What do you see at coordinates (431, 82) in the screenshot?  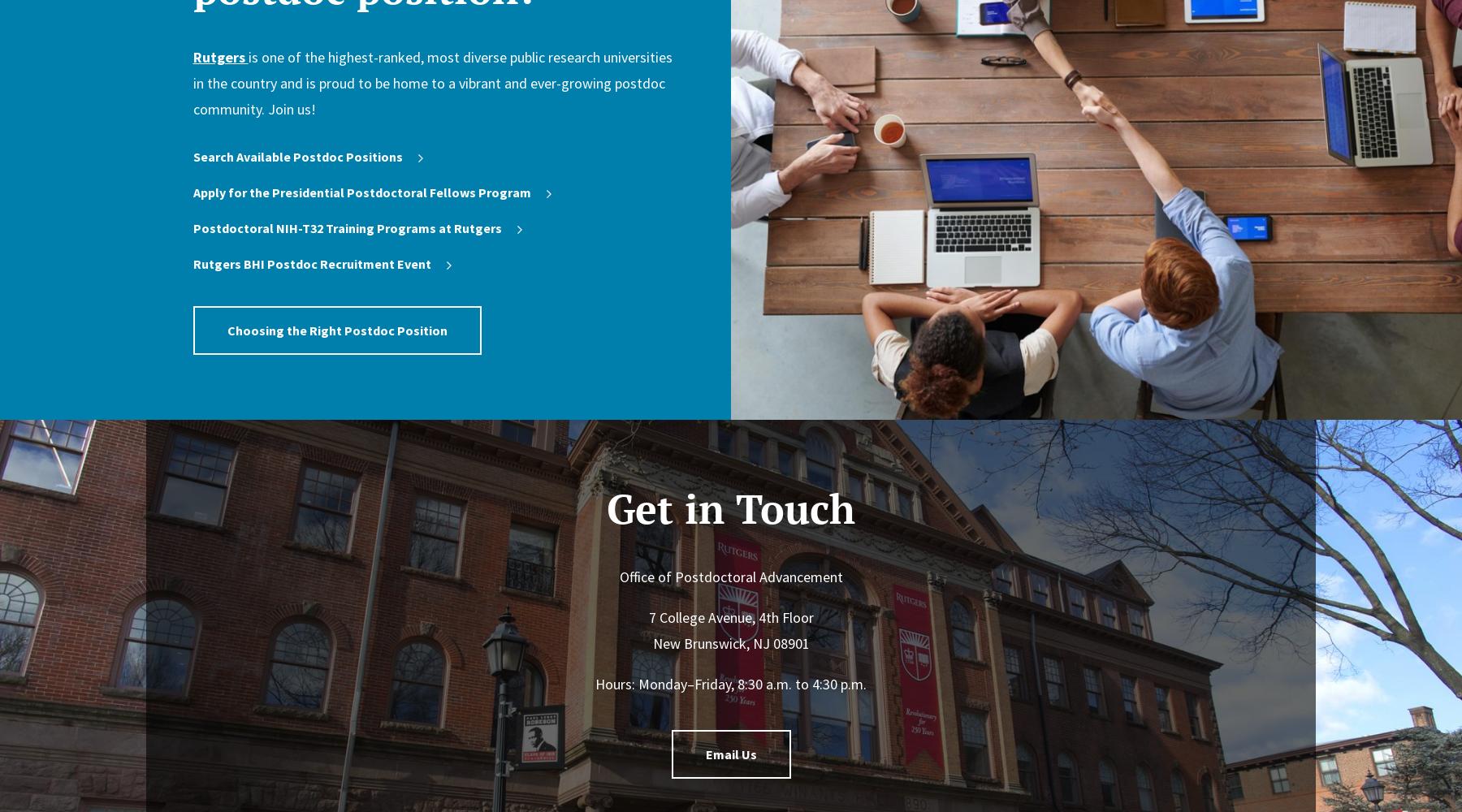 I see `'is one of the highest-ranked, most diverse public research universities in the country and is proud to be home to a vibrant and ever-growing postdoc community. Join us!'` at bounding box center [431, 82].